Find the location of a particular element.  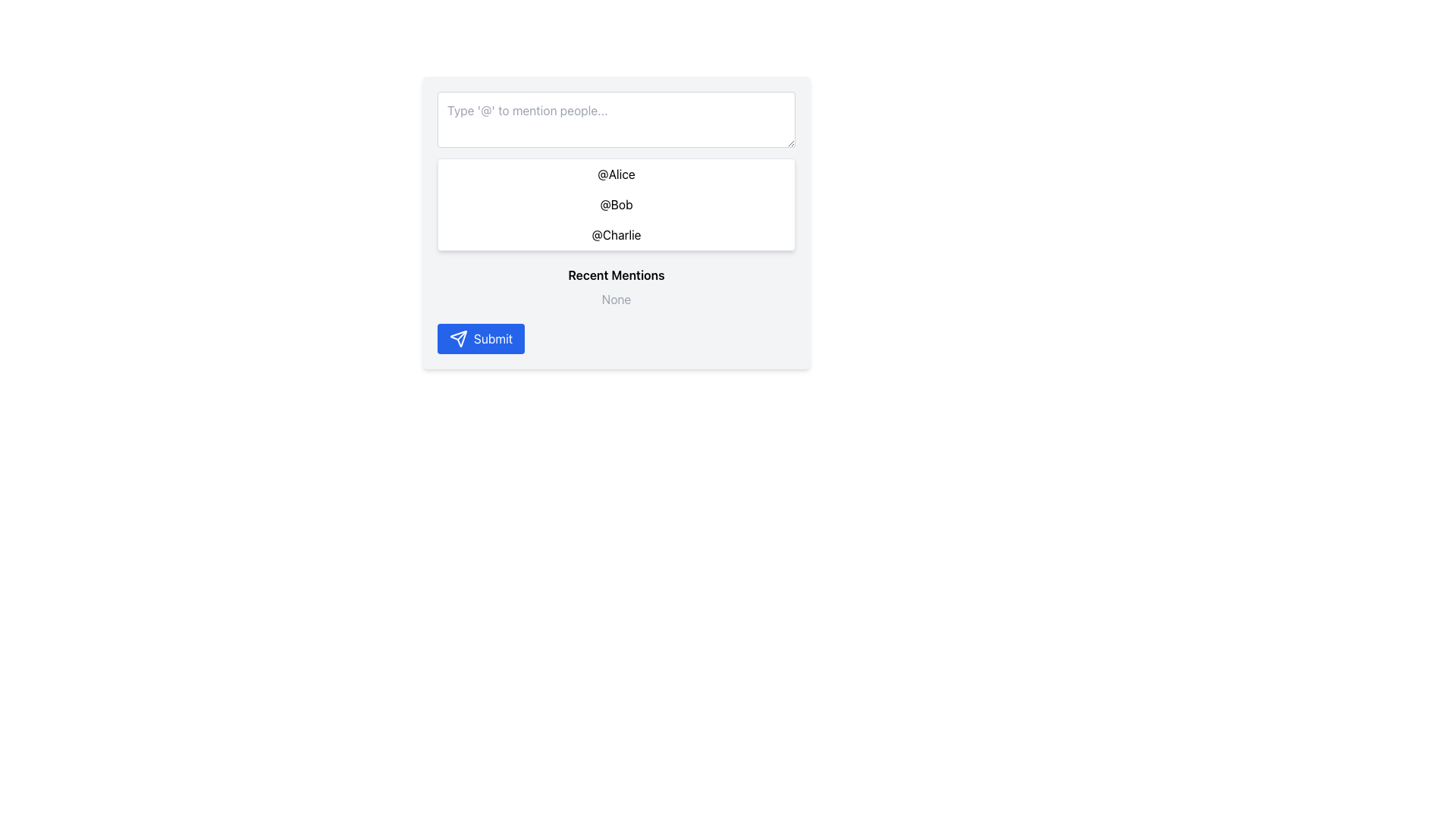

to select the text item 'Alice' in the dropdown list, which is the first entry and appears below a text input field is located at coordinates (616, 174).